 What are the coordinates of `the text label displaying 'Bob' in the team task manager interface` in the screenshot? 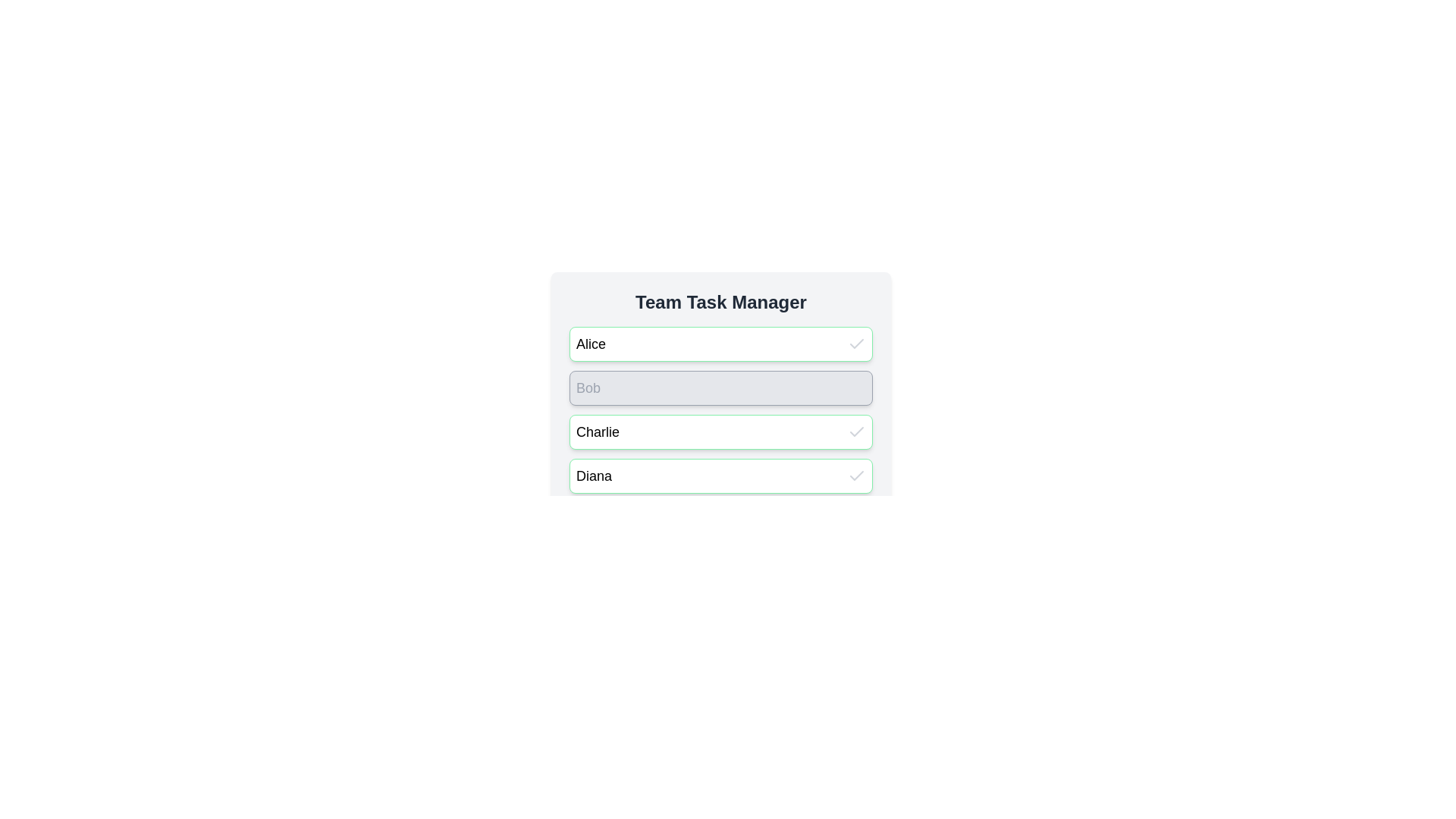 It's located at (588, 388).